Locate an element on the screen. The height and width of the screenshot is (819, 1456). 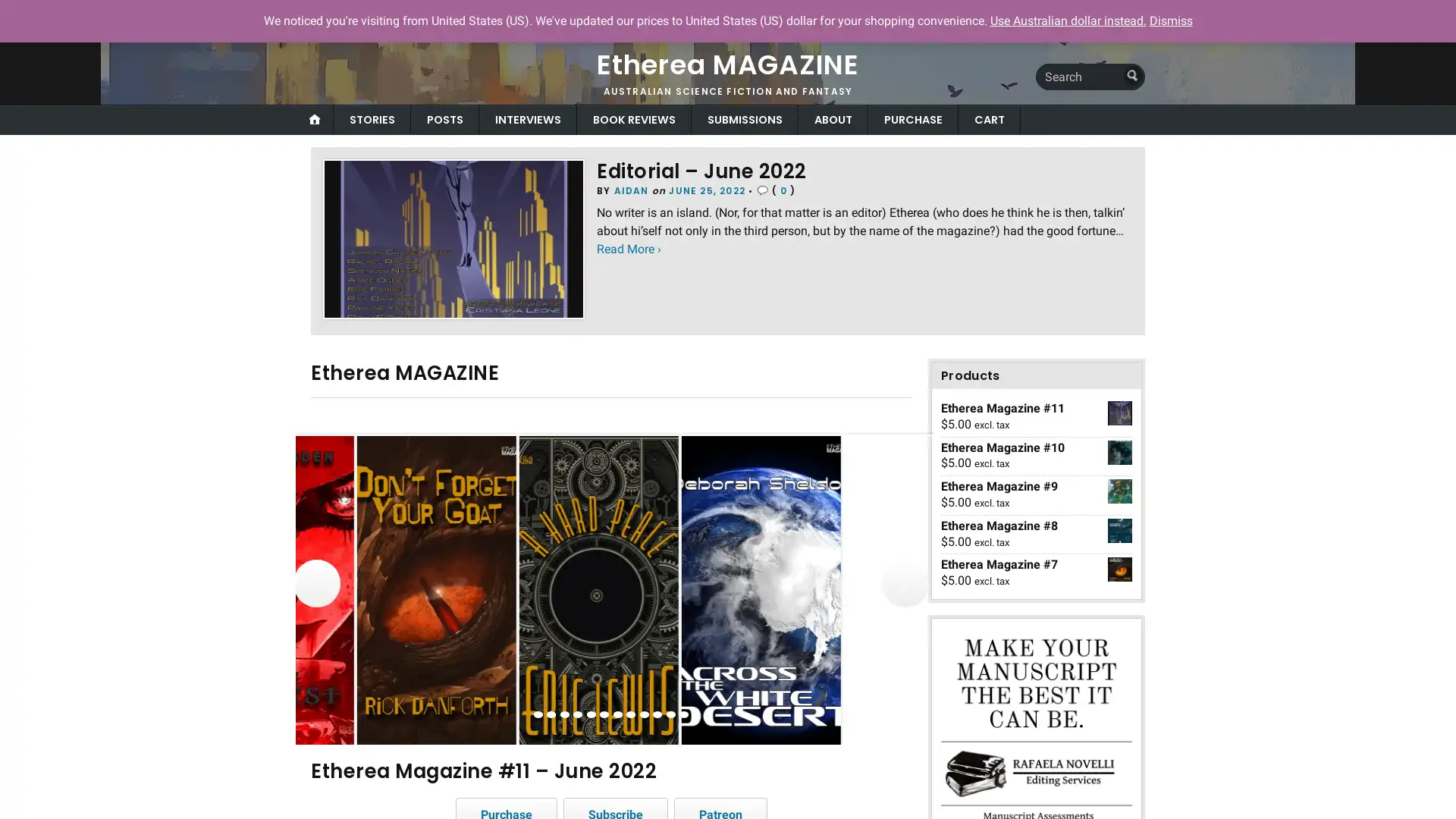
view image 2 of 12 in carousel is located at coordinates (550, 714).